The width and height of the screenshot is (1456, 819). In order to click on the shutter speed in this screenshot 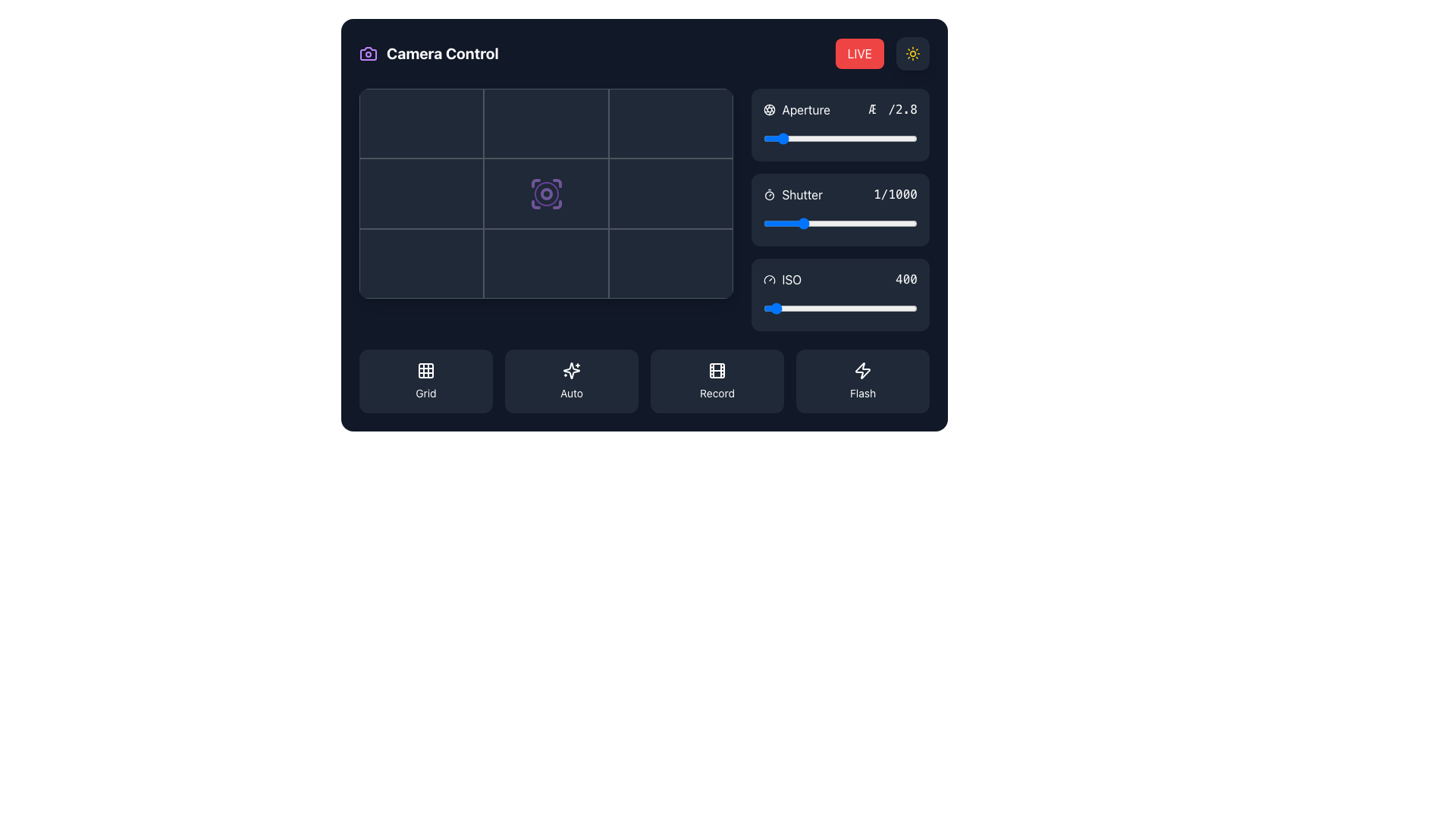, I will do `click(843, 223)`.